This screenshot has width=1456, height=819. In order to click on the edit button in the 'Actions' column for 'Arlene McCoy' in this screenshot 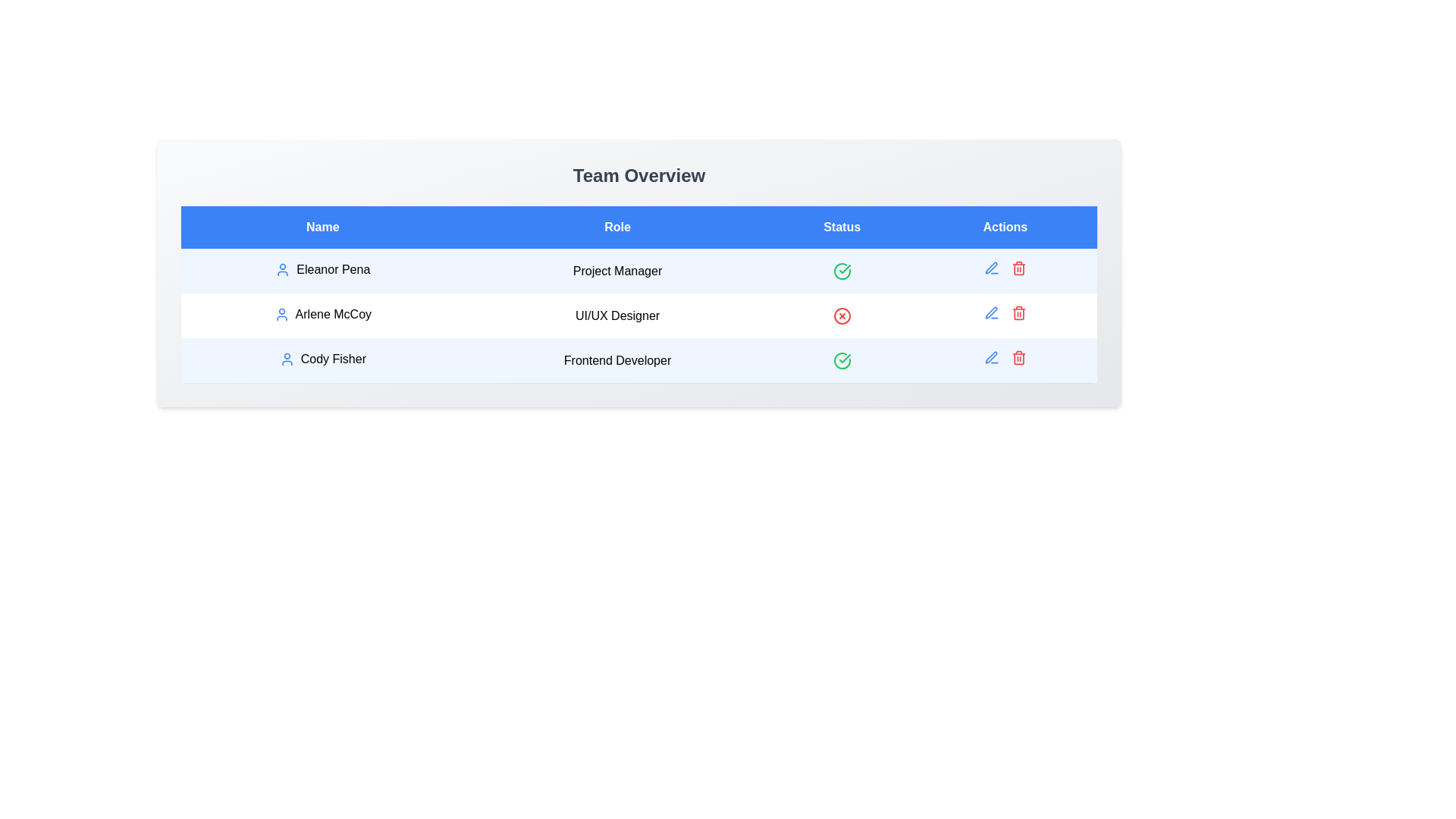, I will do `click(991, 312)`.